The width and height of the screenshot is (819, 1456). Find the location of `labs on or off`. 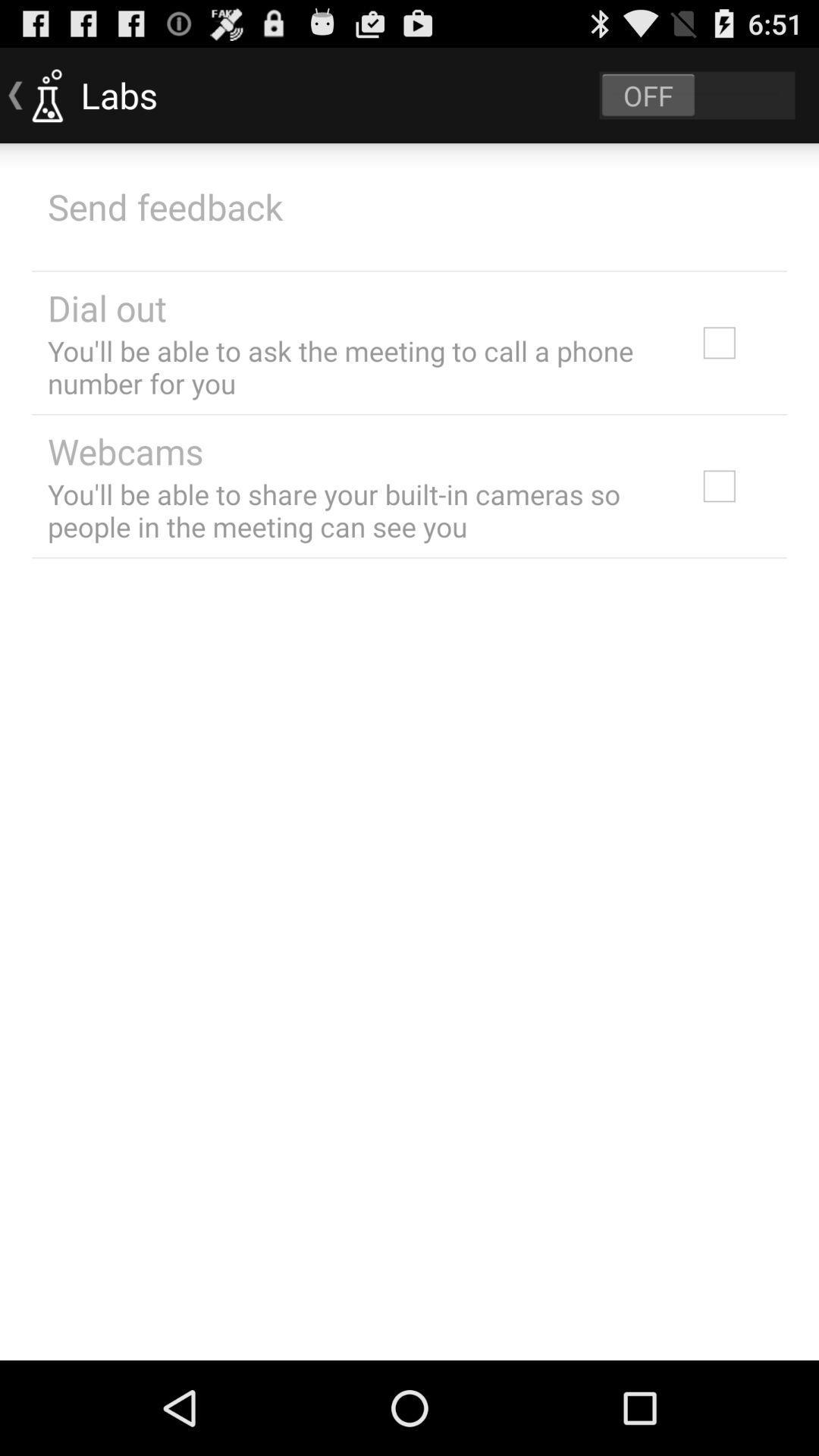

labs on or off is located at coordinates (697, 94).